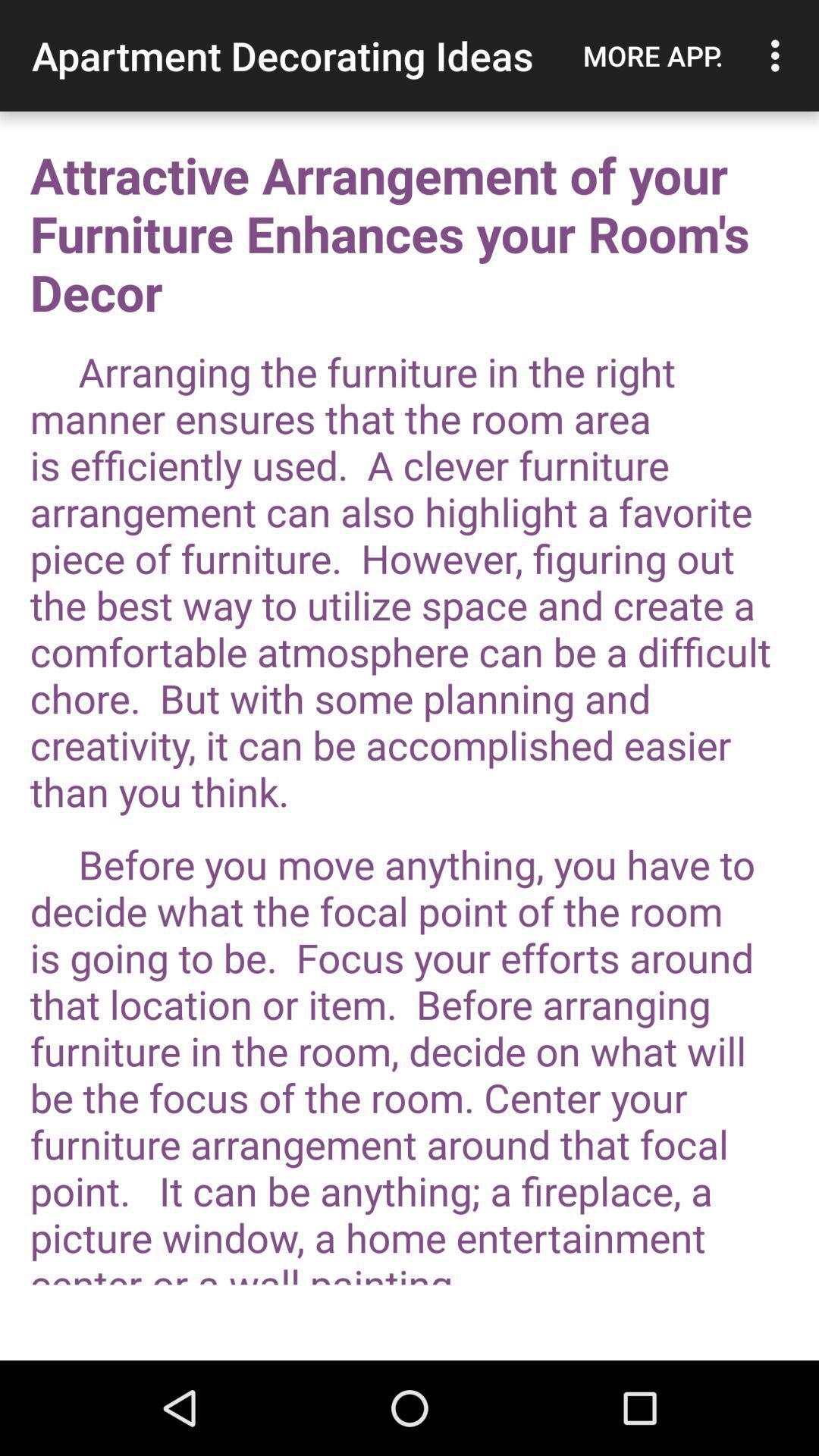 Image resolution: width=819 pixels, height=1456 pixels. What do you see at coordinates (779, 55) in the screenshot?
I see `item next to more app. item` at bounding box center [779, 55].